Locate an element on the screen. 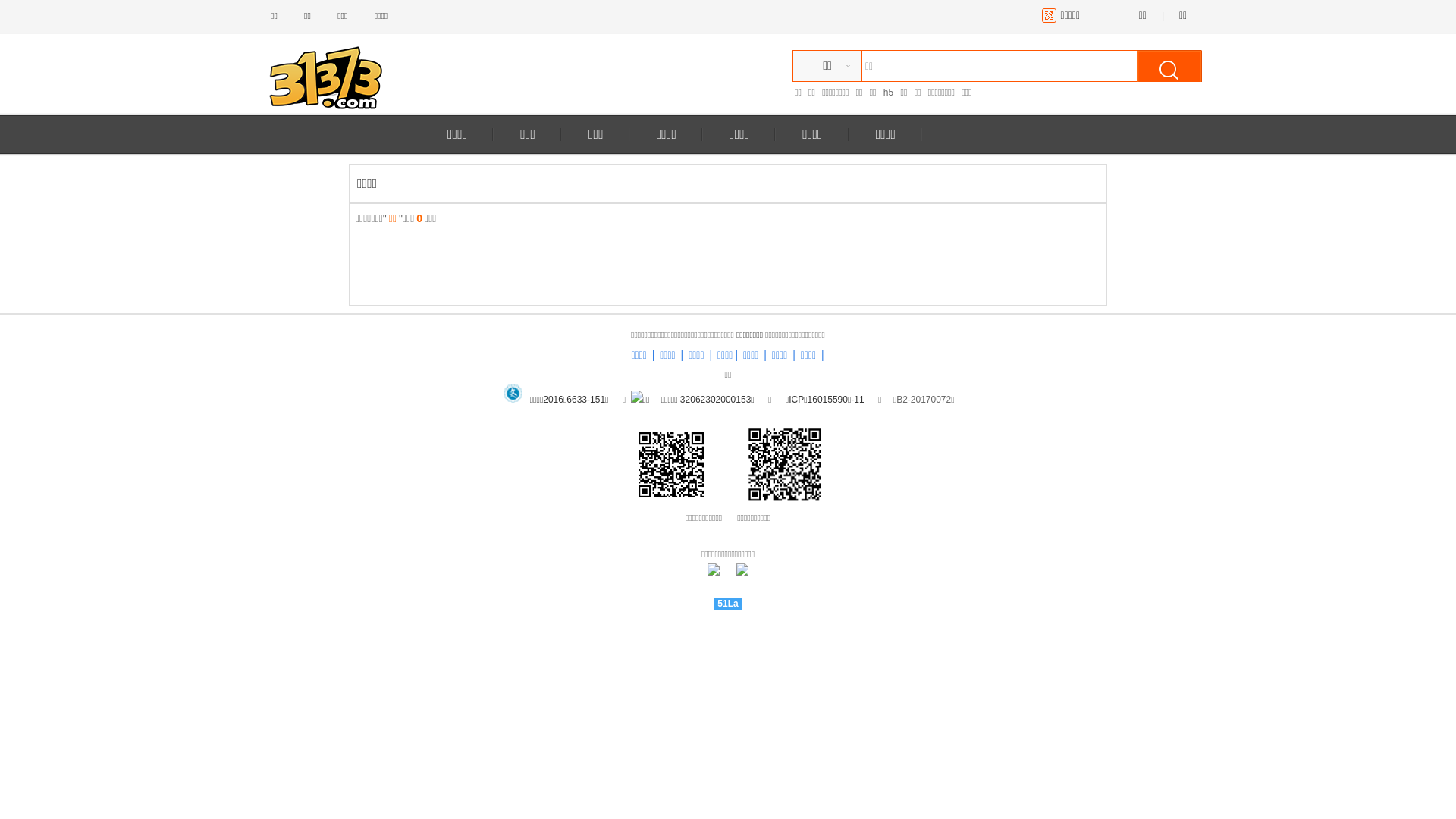 The image size is (1456, 819). '51La' is located at coordinates (726, 602).